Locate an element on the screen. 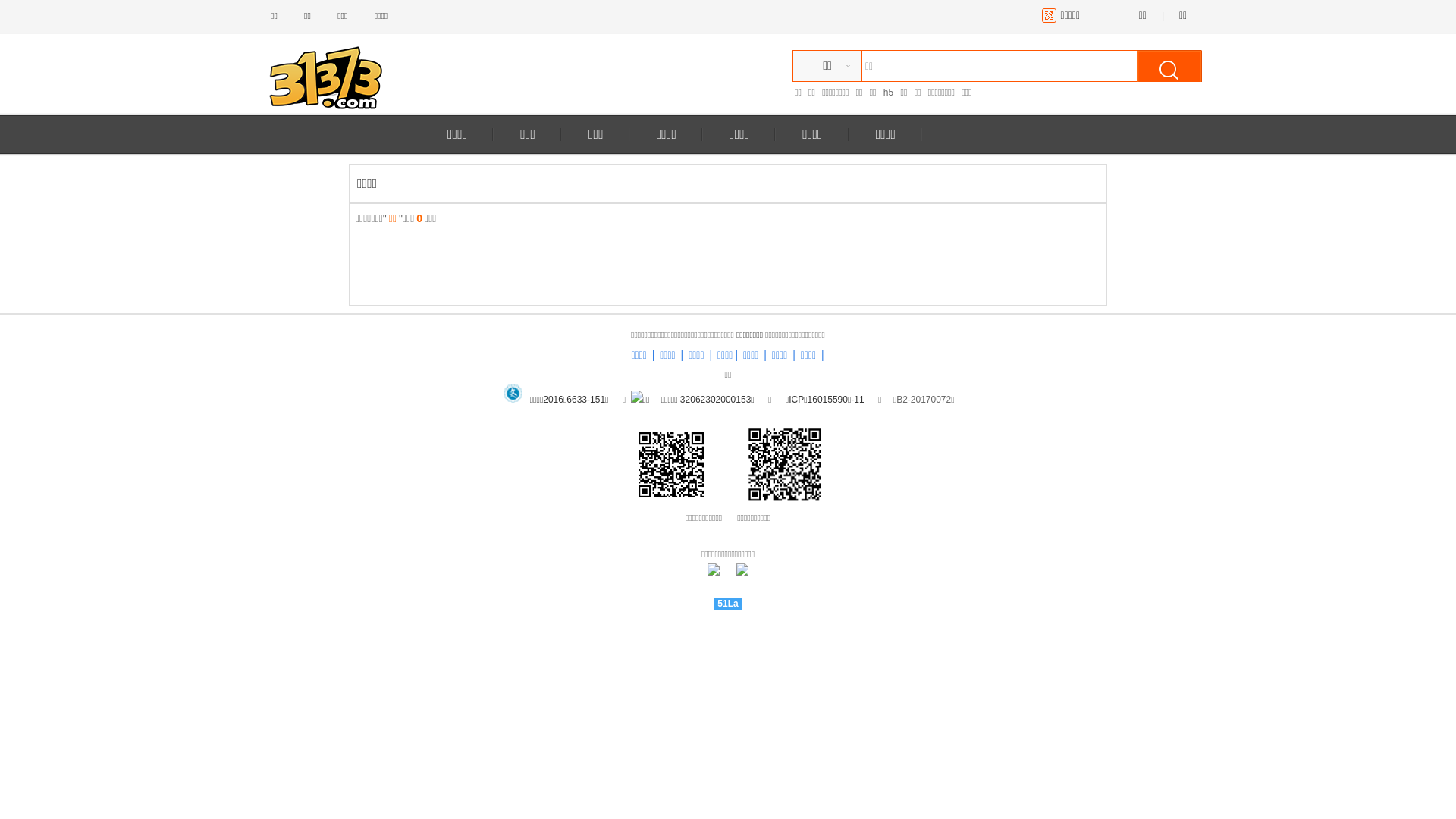 The image size is (1456, 819). '51La' is located at coordinates (726, 602).